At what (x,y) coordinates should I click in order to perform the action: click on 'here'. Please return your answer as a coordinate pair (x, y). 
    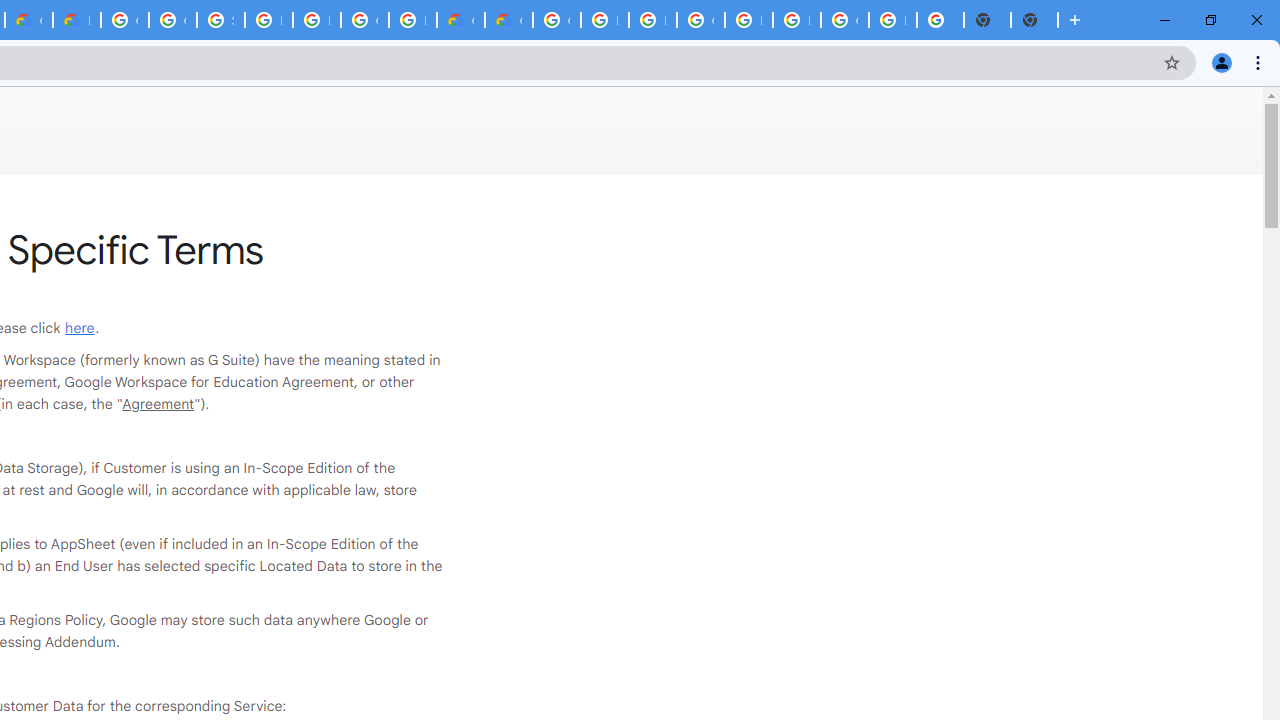
    Looking at the image, I should click on (80, 326).